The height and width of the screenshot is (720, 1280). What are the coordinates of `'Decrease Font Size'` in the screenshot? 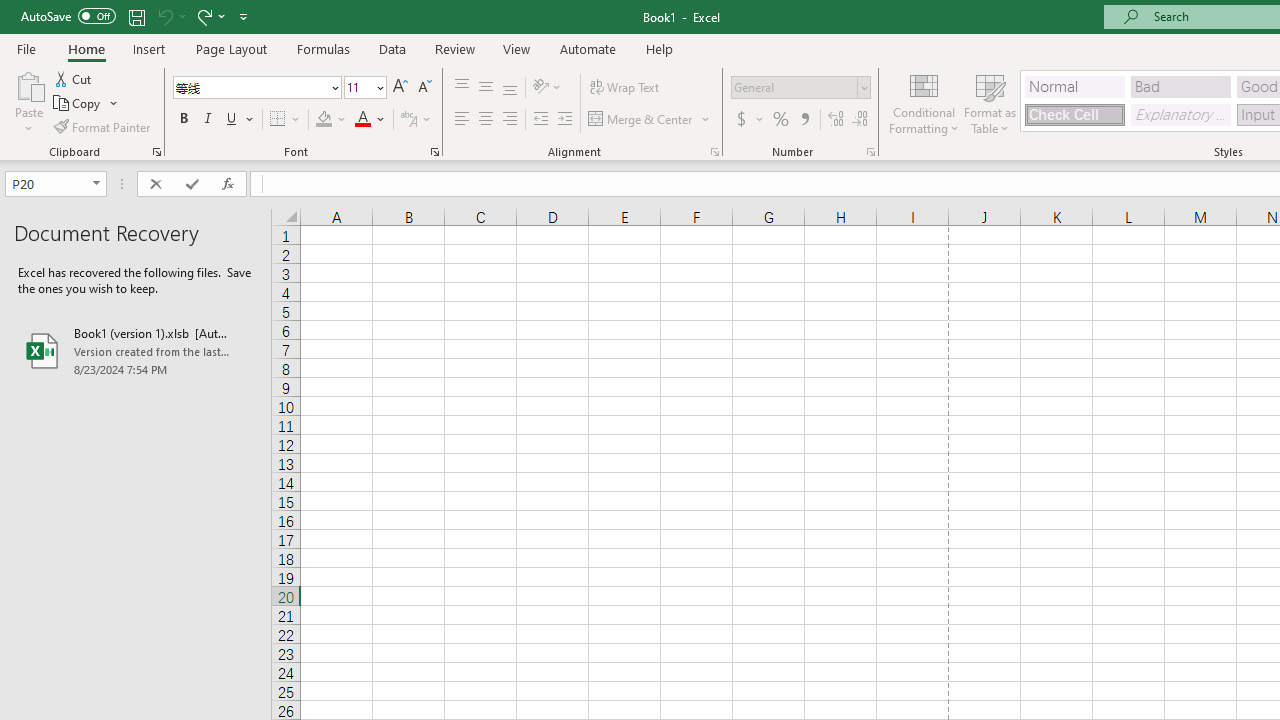 It's located at (423, 86).